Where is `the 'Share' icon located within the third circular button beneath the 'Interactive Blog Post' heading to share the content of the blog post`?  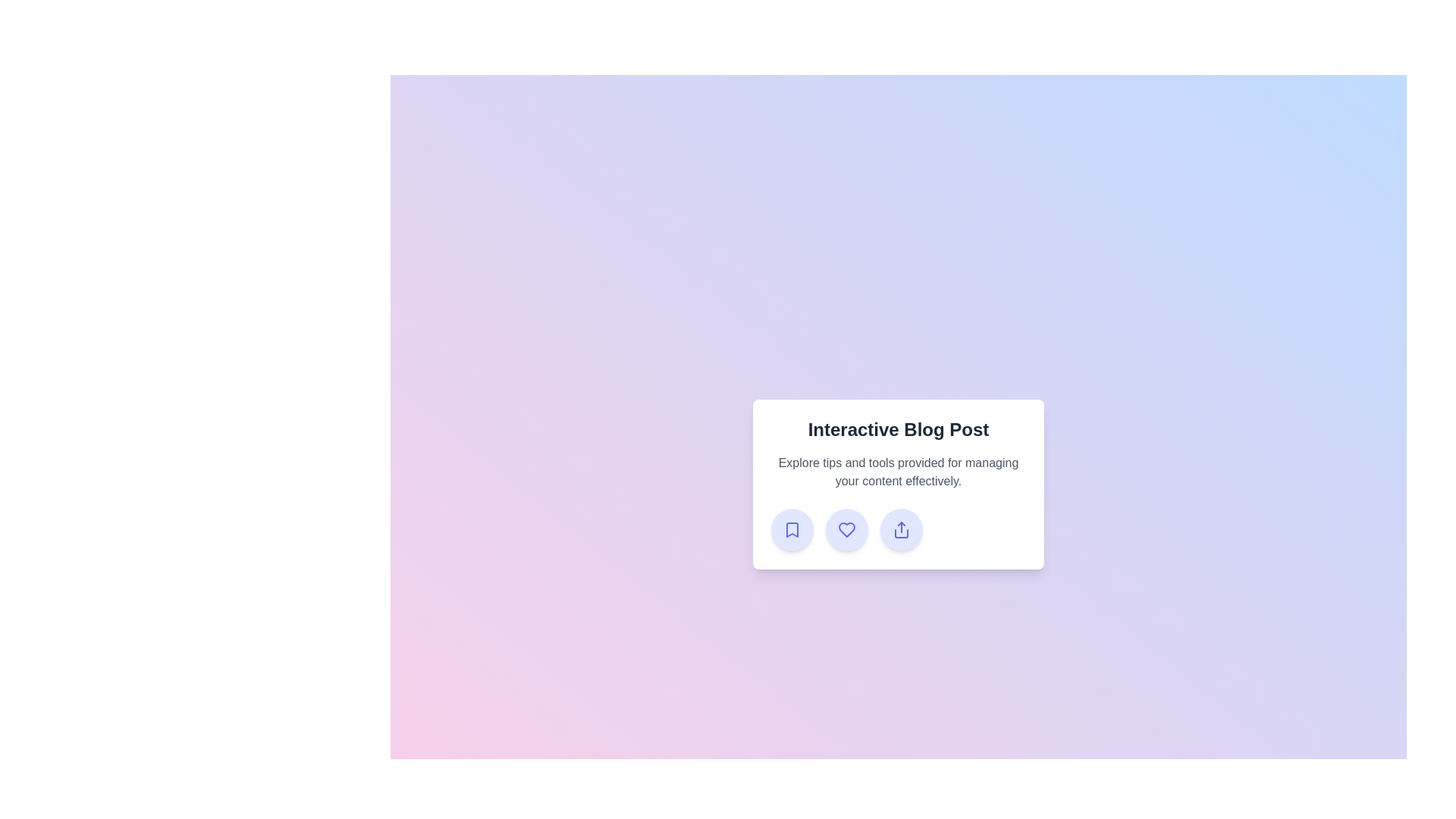
the 'Share' icon located within the third circular button beneath the 'Interactive Blog Post' heading to share the content of the blog post is located at coordinates (902, 529).